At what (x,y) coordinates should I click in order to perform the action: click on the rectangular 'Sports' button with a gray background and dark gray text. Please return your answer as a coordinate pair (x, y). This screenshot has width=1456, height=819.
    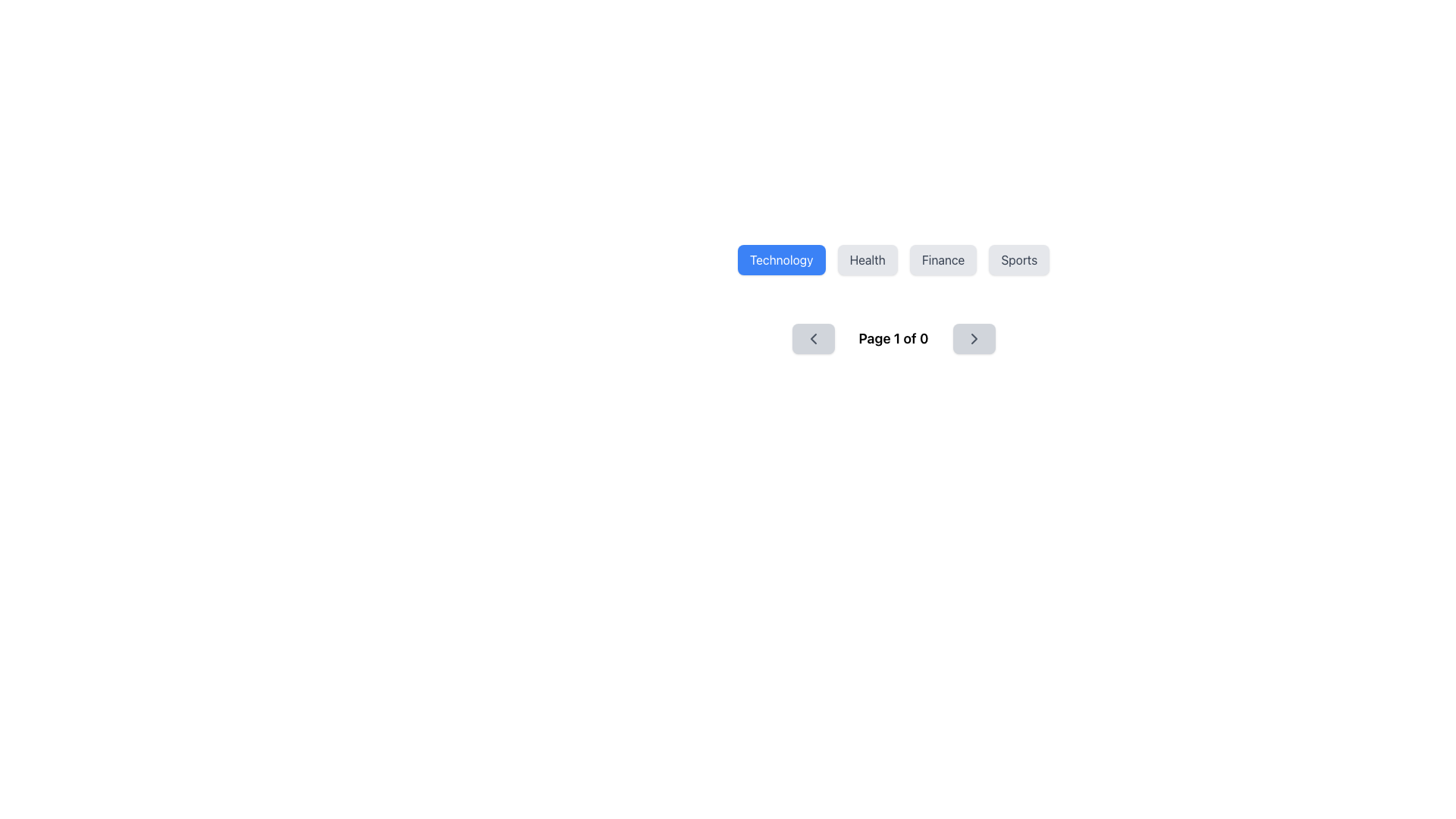
    Looking at the image, I should click on (1019, 259).